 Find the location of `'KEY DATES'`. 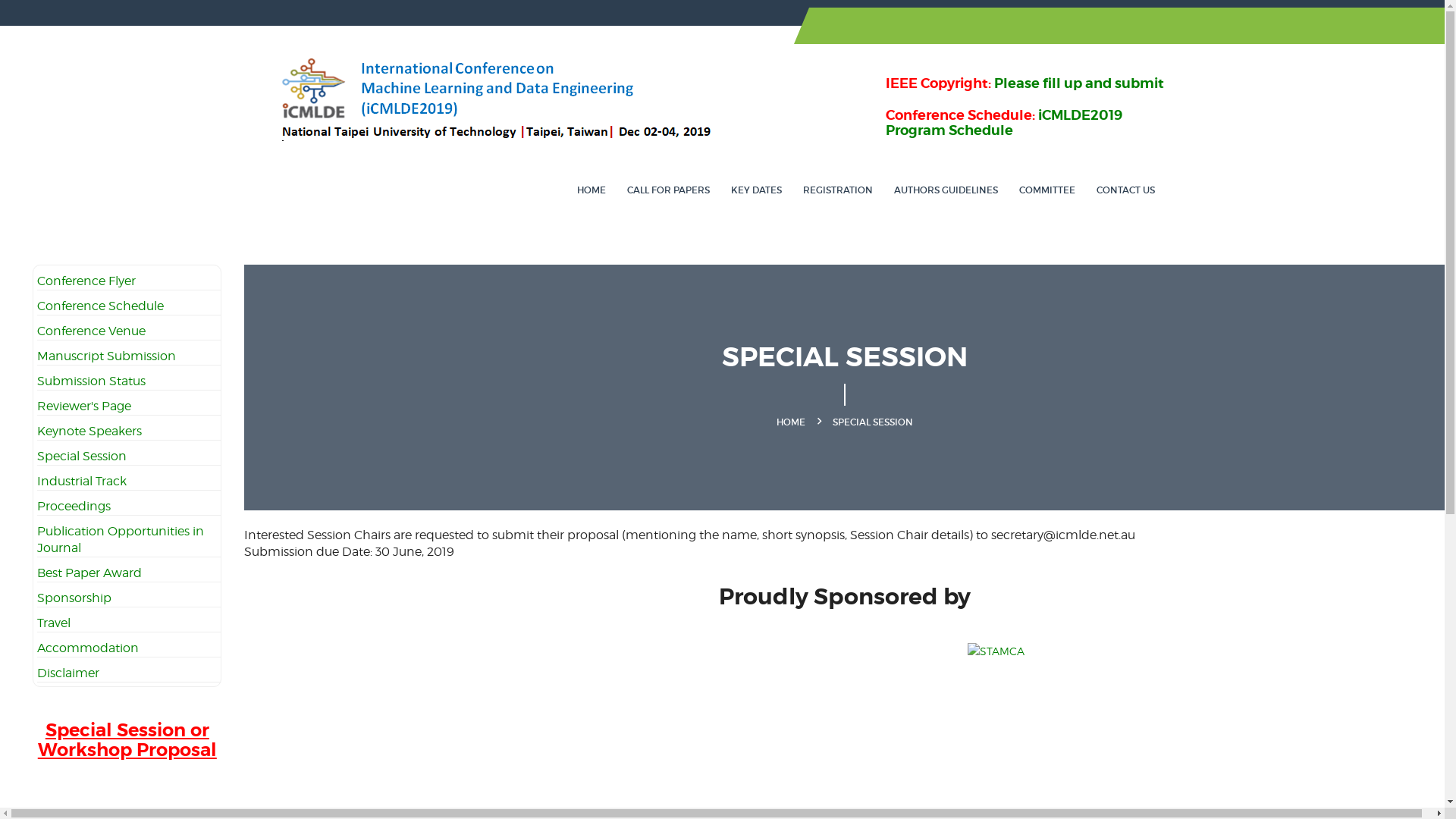

'KEY DATES' is located at coordinates (756, 189).